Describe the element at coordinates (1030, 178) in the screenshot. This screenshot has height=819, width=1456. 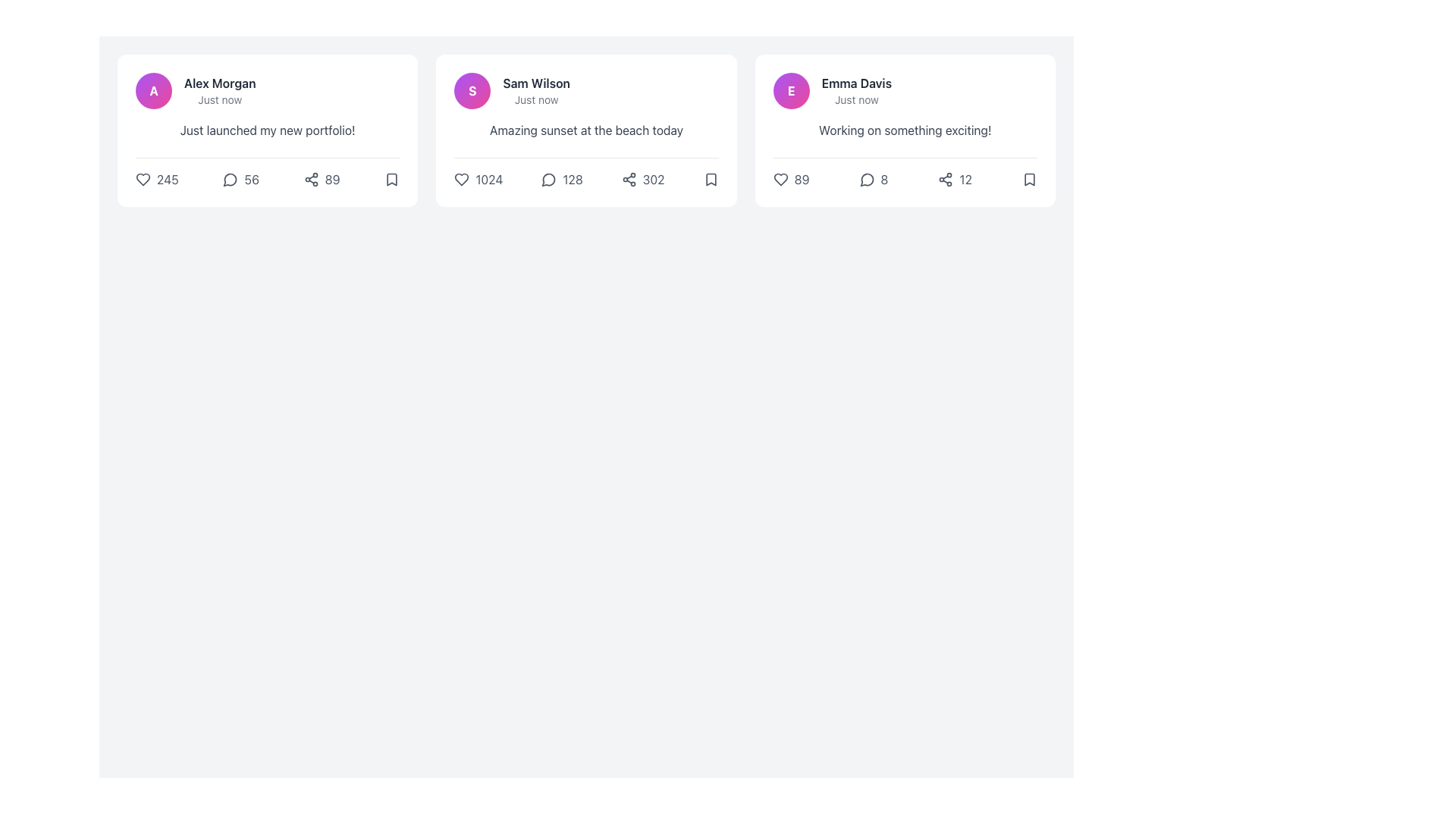
I see `the bookmark icon located in the bottom-right corner of the post by Emma Davis` at that location.